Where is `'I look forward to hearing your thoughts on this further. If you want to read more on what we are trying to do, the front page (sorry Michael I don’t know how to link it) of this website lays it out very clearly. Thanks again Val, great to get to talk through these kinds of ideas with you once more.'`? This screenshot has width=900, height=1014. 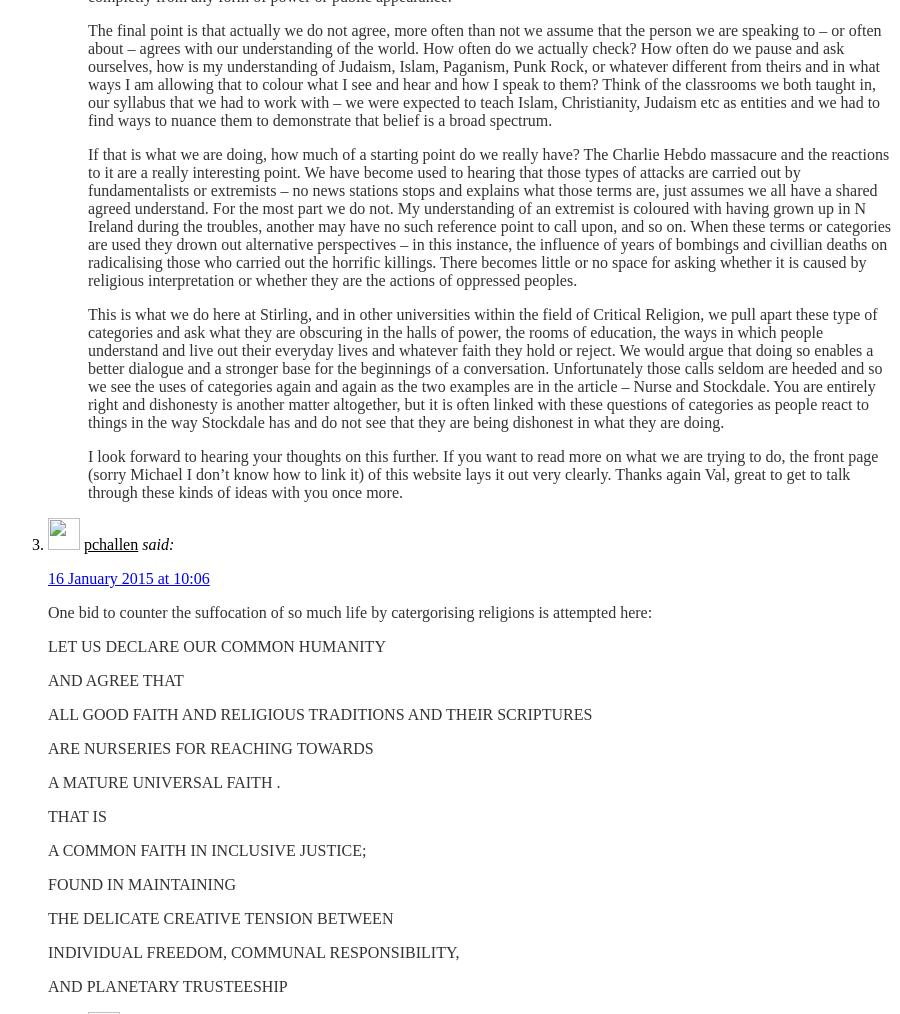 'I look forward to hearing your thoughts on this further. If you want to read more on what we are trying to do, the front page (sorry Michael I don’t know how to link it) of this website lays it out very clearly. Thanks again Val, great to get to talk through these kinds of ideas with you once more.' is located at coordinates (482, 474).